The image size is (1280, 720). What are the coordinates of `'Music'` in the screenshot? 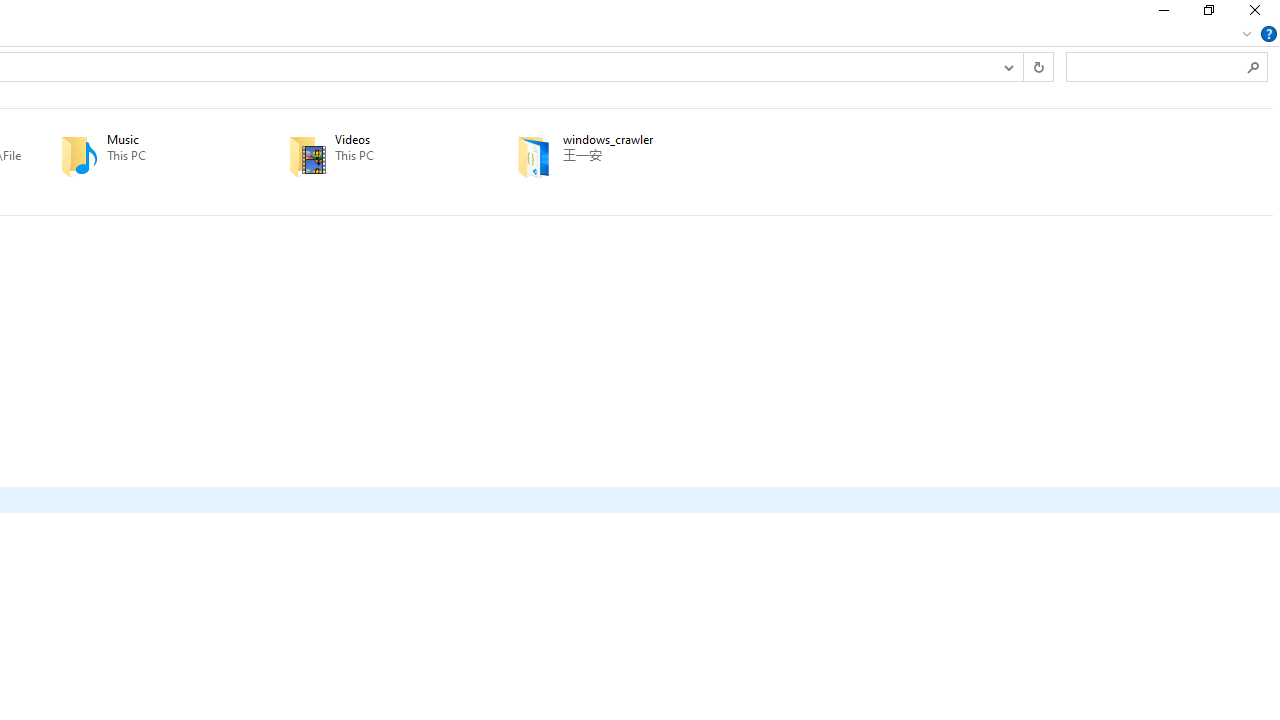 It's located at (145, 155).